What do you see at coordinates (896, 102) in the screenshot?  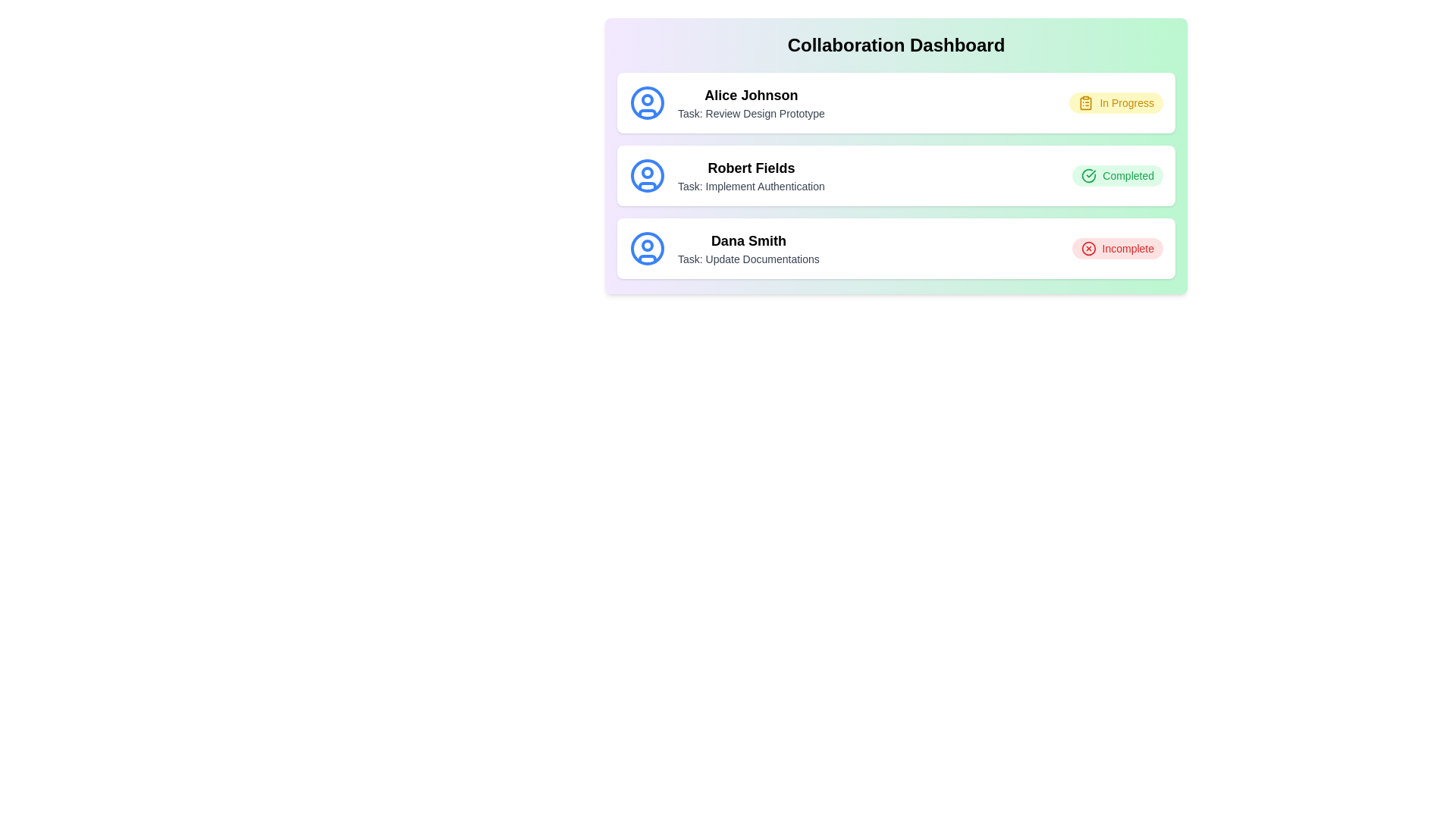 I see `the task card for Alice Johnson - Review Design Prototype to view its details` at bounding box center [896, 102].